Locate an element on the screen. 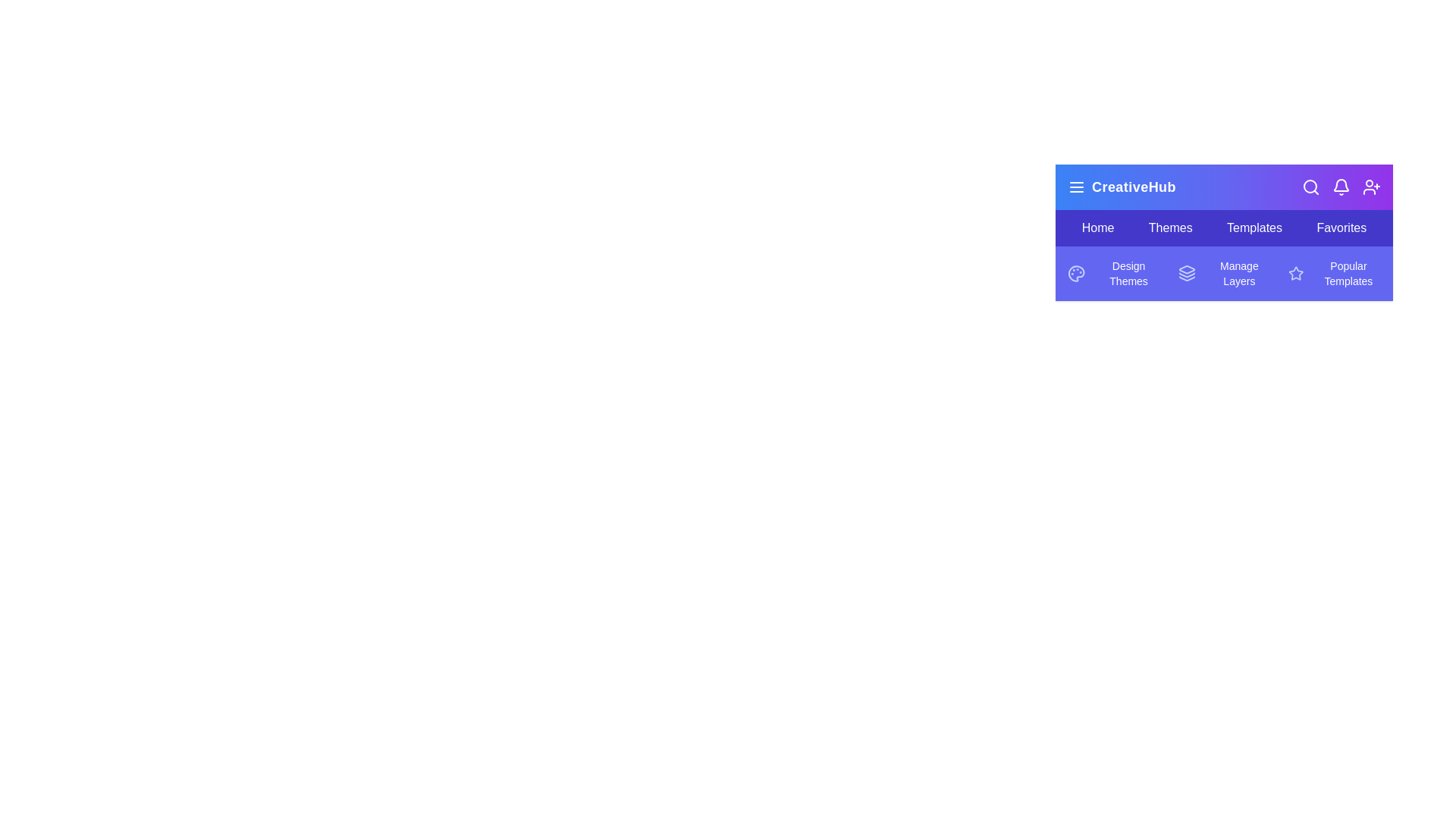 The height and width of the screenshot is (819, 1456). the menu button to toggle the menu visibility is located at coordinates (1076, 186).